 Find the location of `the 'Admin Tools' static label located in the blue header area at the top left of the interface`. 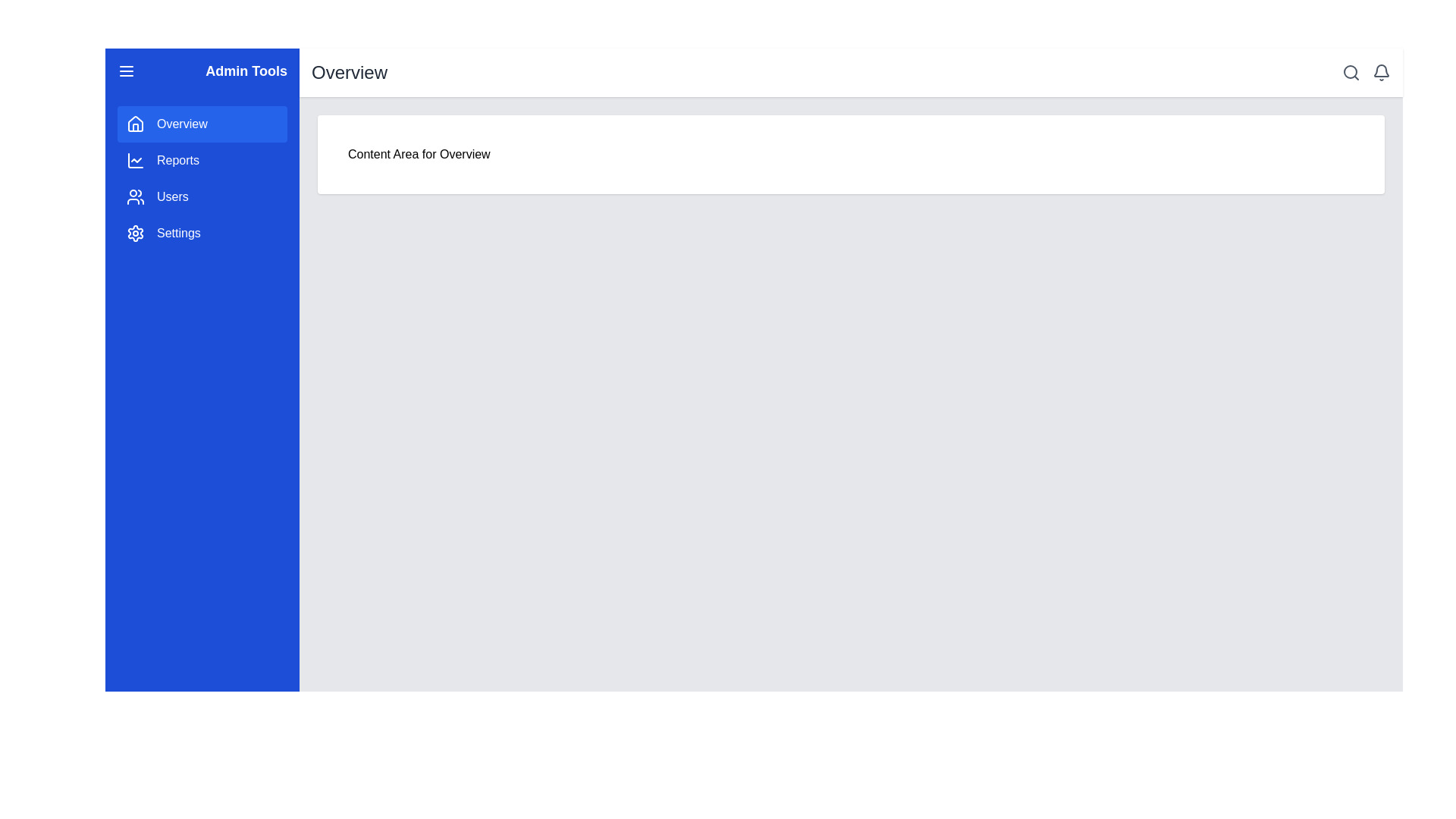

the 'Admin Tools' static label located in the blue header area at the top left of the interface is located at coordinates (246, 71).